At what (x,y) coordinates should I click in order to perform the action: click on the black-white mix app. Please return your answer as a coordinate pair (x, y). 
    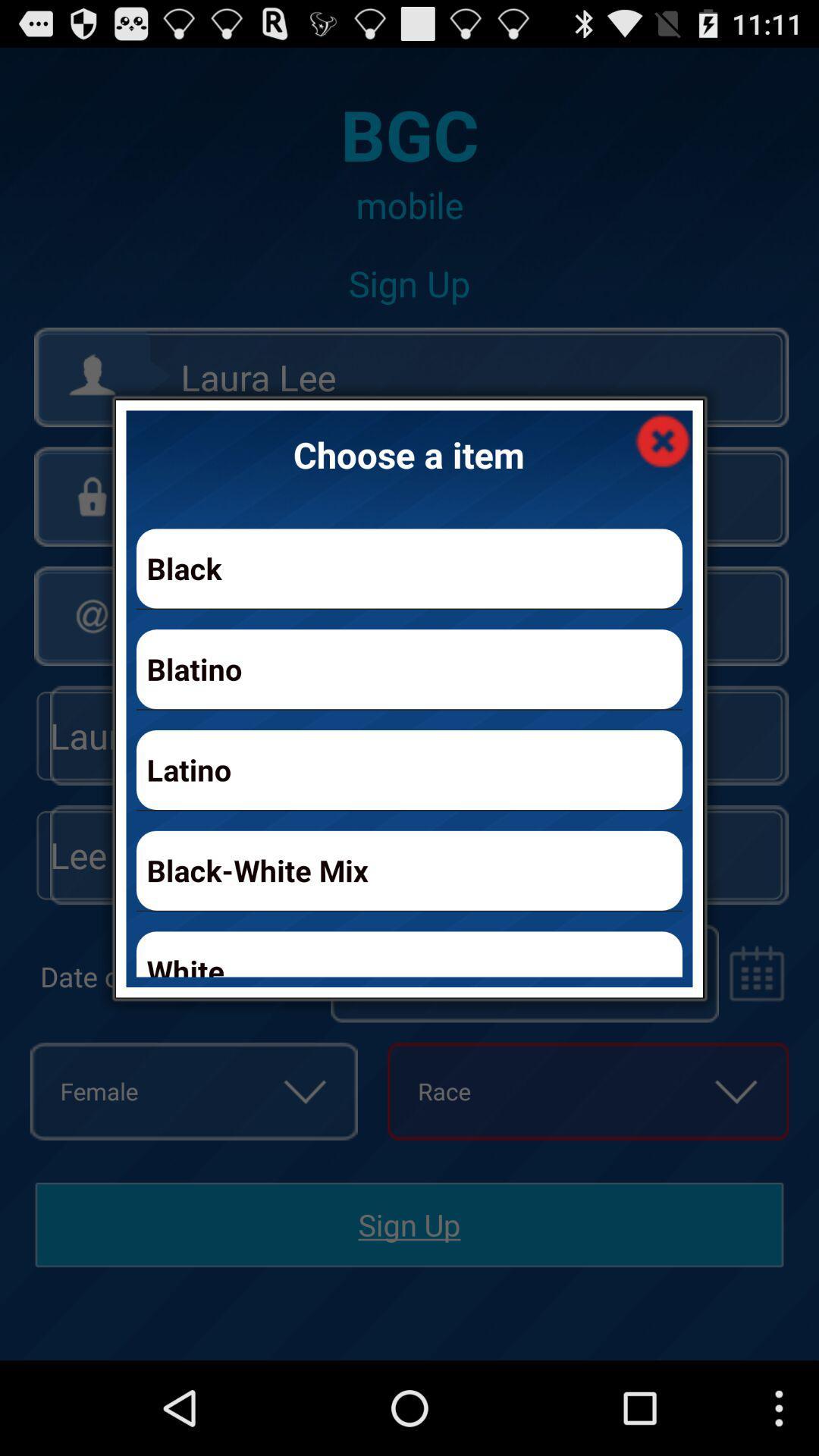
    Looking at the image, I should click on (409, 871).